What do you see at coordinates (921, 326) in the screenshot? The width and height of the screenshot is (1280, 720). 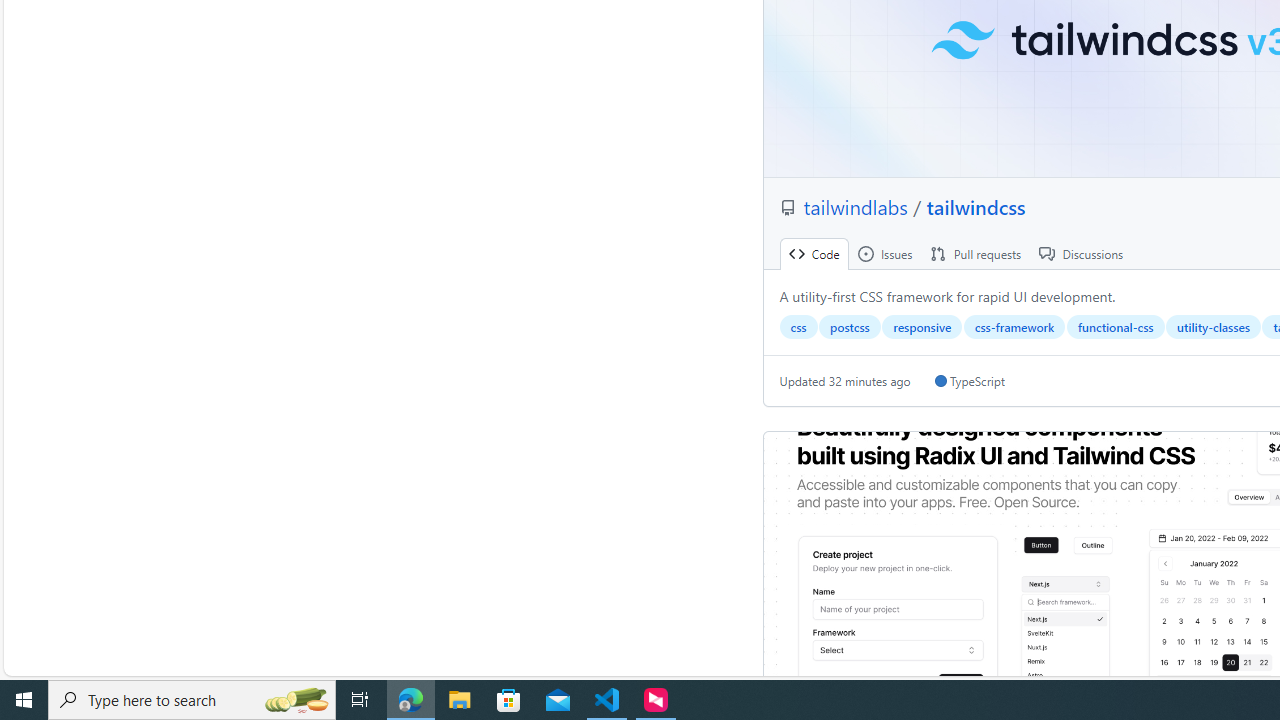 I see `'responsive'` at bounding box center [921, 326].